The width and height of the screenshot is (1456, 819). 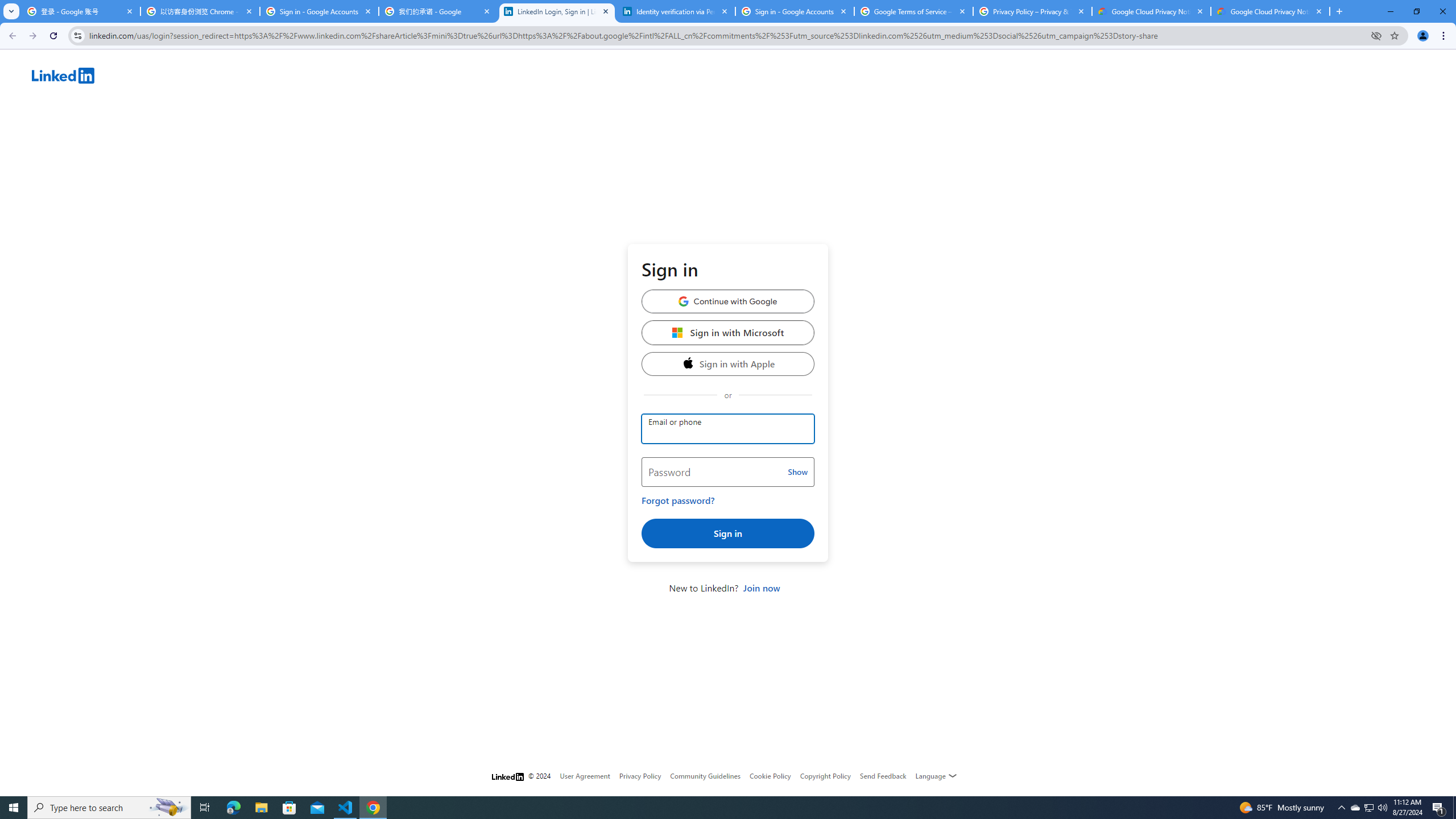 What do you see at coordinates (677, 332) in the screenshot?
I see `'Microsoft'` at bounding box center [677, 332].